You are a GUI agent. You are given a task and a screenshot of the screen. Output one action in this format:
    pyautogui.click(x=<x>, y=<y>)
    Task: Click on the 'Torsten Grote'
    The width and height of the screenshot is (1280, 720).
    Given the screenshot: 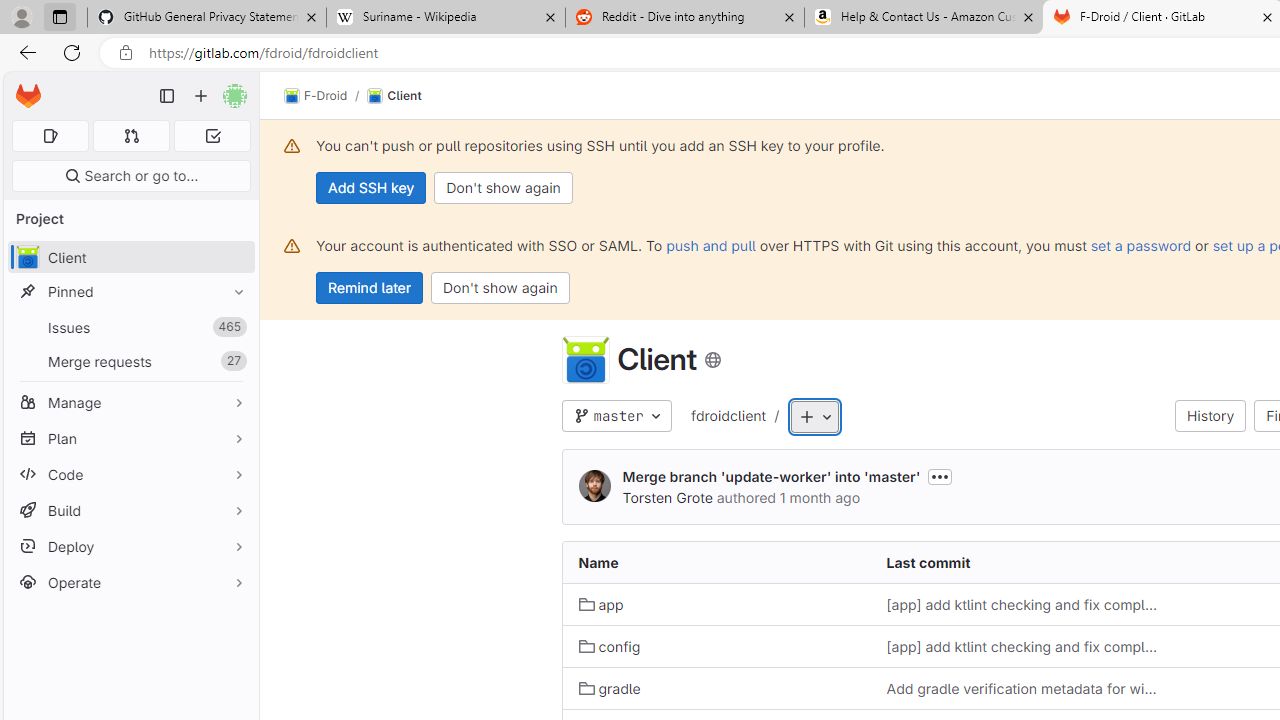 What is the action you would take?
    pyautogui.click(x=667, y=496)
    